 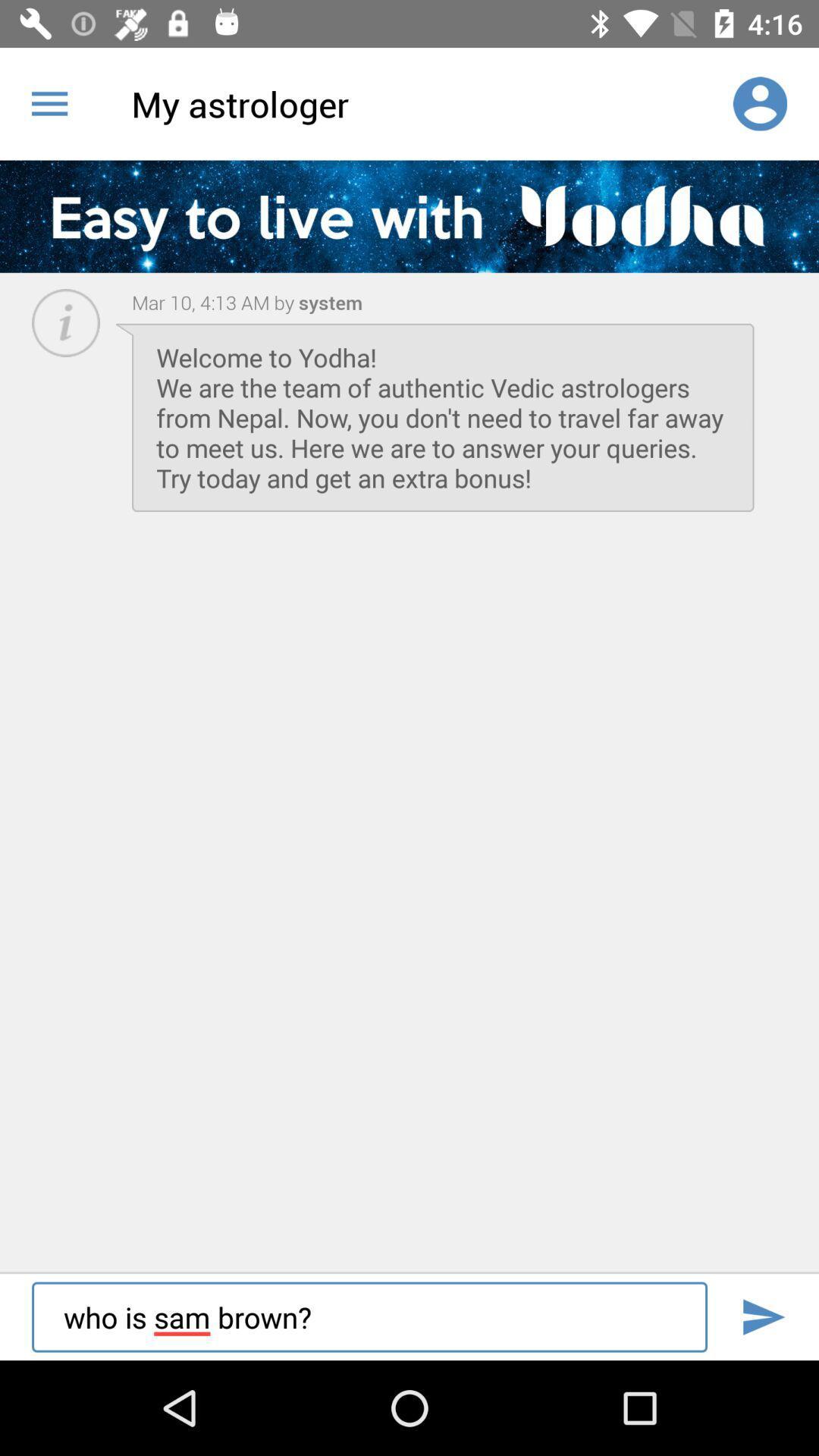 I want to click on the item to the right of mar 10 4 item, so click(x=328, y=302).